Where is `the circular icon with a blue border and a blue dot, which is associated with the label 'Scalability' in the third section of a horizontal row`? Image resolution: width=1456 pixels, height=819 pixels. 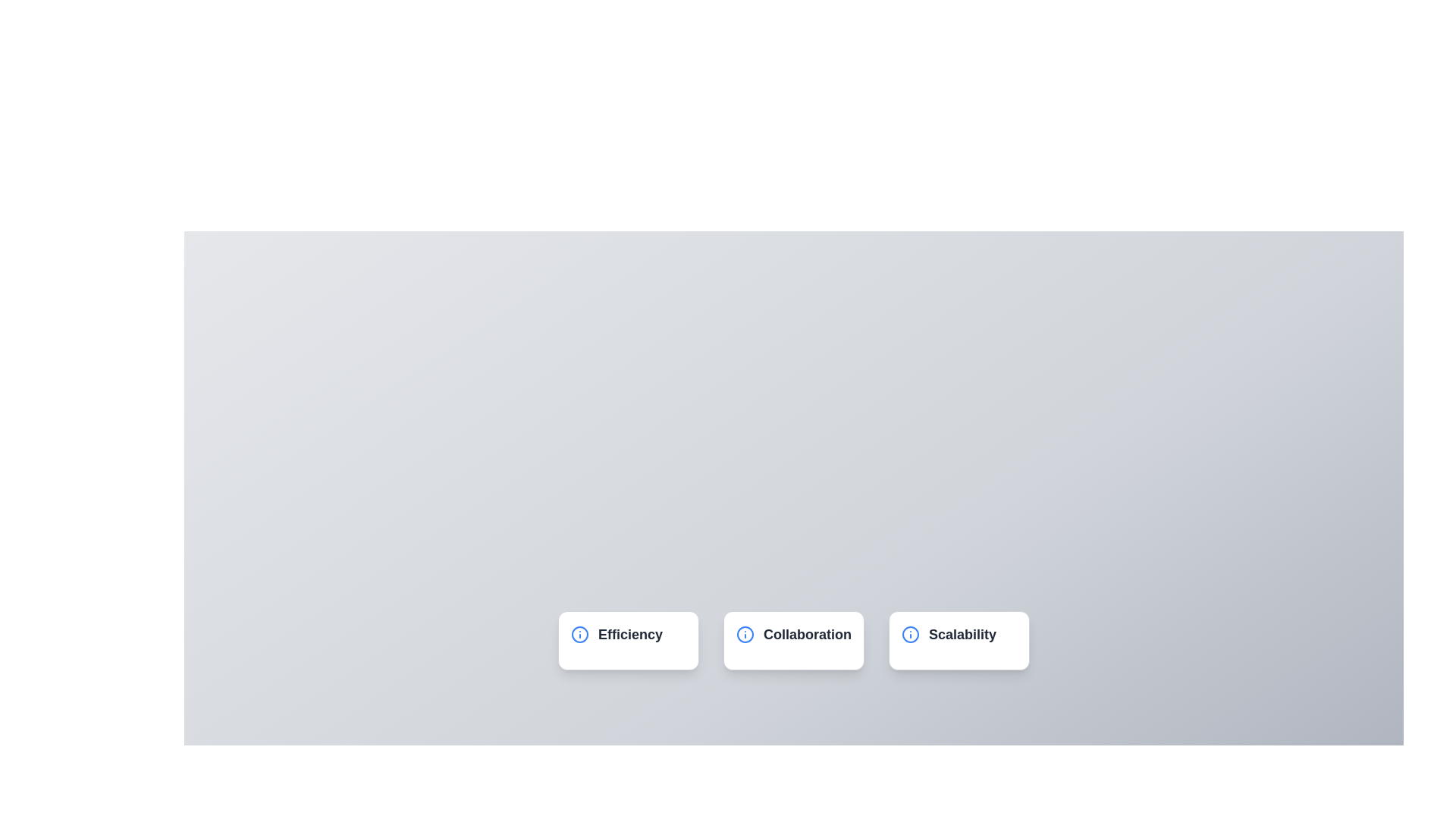 the circular icon with a blue border and a blue dot, which is associated with the label 'Scalability' in the third section of a horizontal row is located at coordinates (910, 635).